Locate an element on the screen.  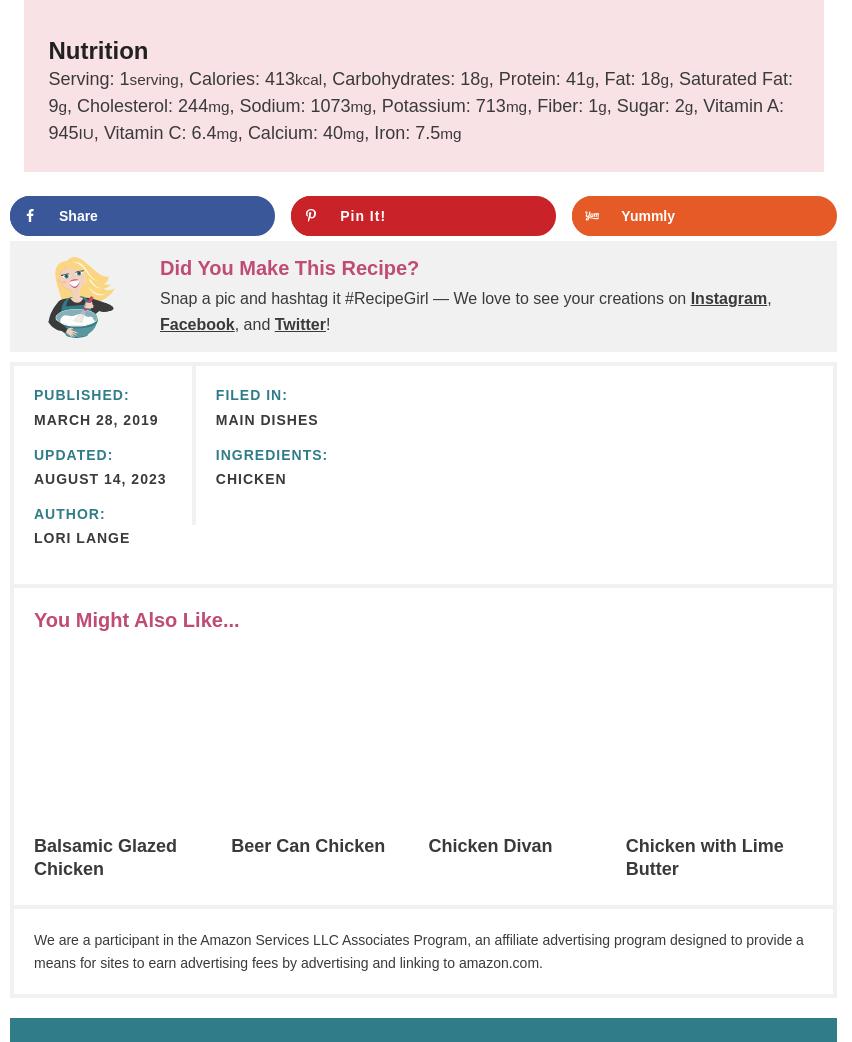
'Potassium:' is located at coordinates (426, 105).